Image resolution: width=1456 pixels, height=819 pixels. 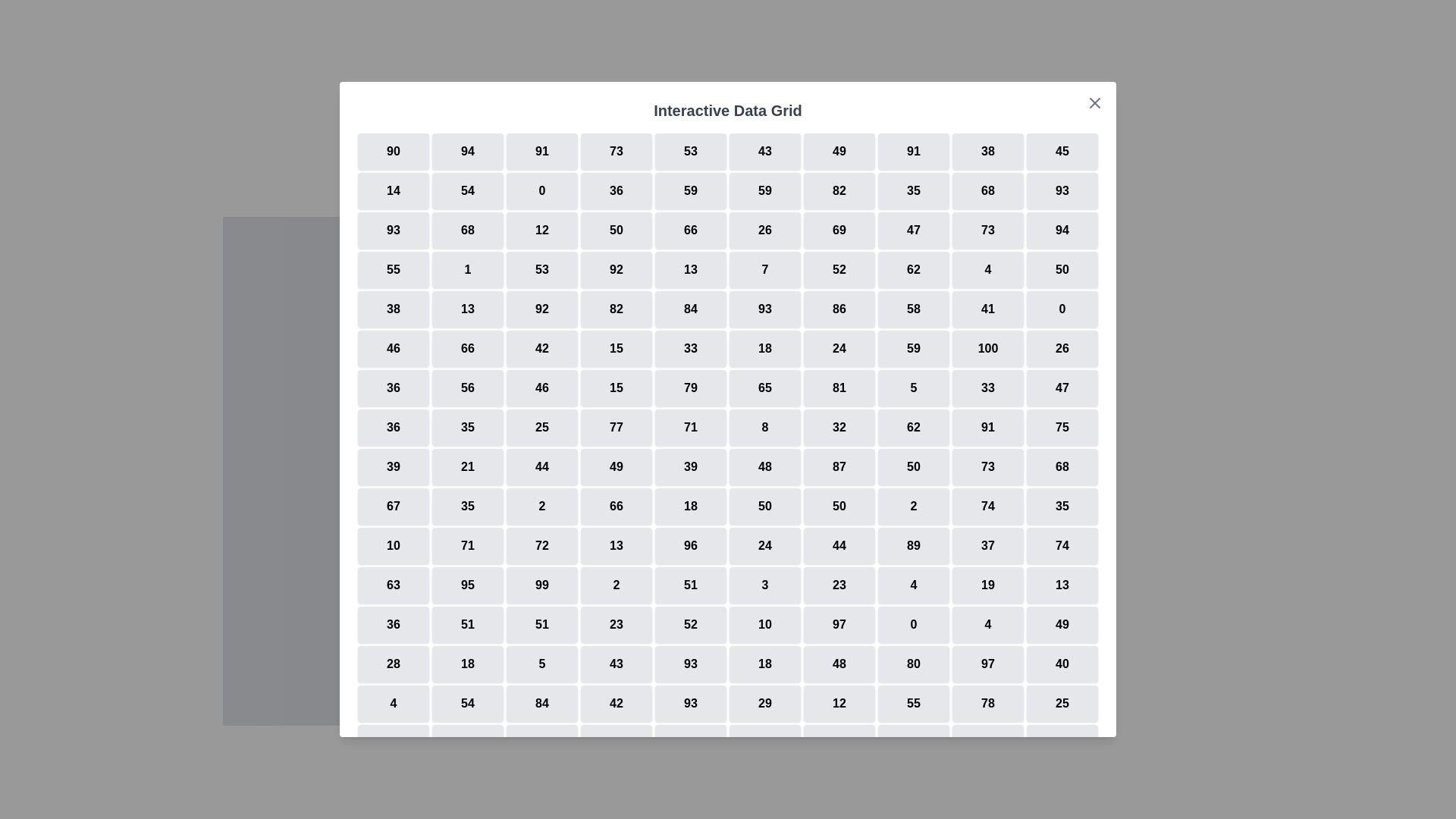 I want to click on the close button to close the dialog, so click(x=1095, y=102).